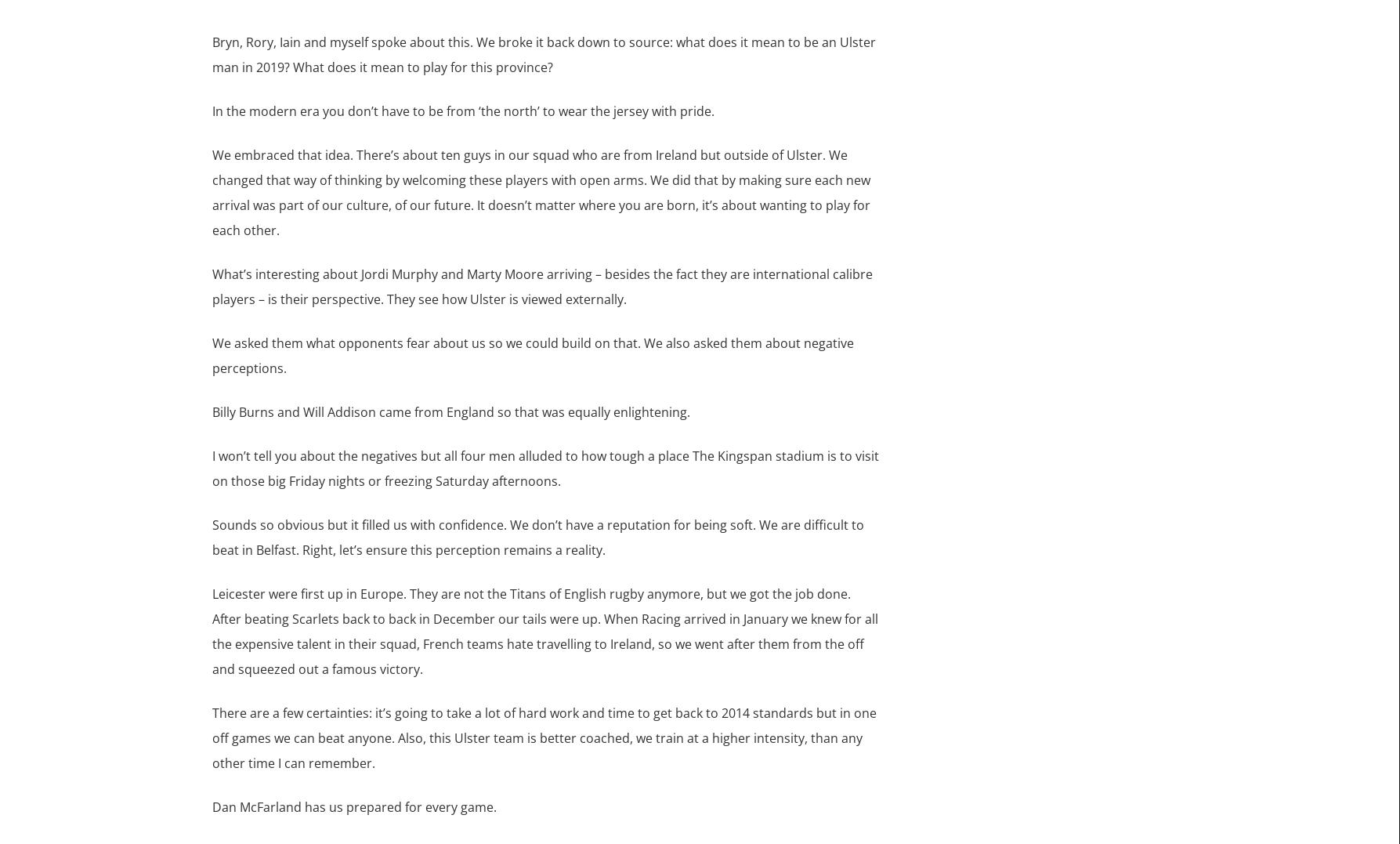 This screenshot has height=844, width=1400. Describe the element at coordinates (537, 535) in the screenshot. I see `'Sounds so obvious but it filled us with confidence. We don’t have a reputation for being soft. We are difficult to beat in Belfast. Right, let’s ensure this perception remains a reality.'` at that location.